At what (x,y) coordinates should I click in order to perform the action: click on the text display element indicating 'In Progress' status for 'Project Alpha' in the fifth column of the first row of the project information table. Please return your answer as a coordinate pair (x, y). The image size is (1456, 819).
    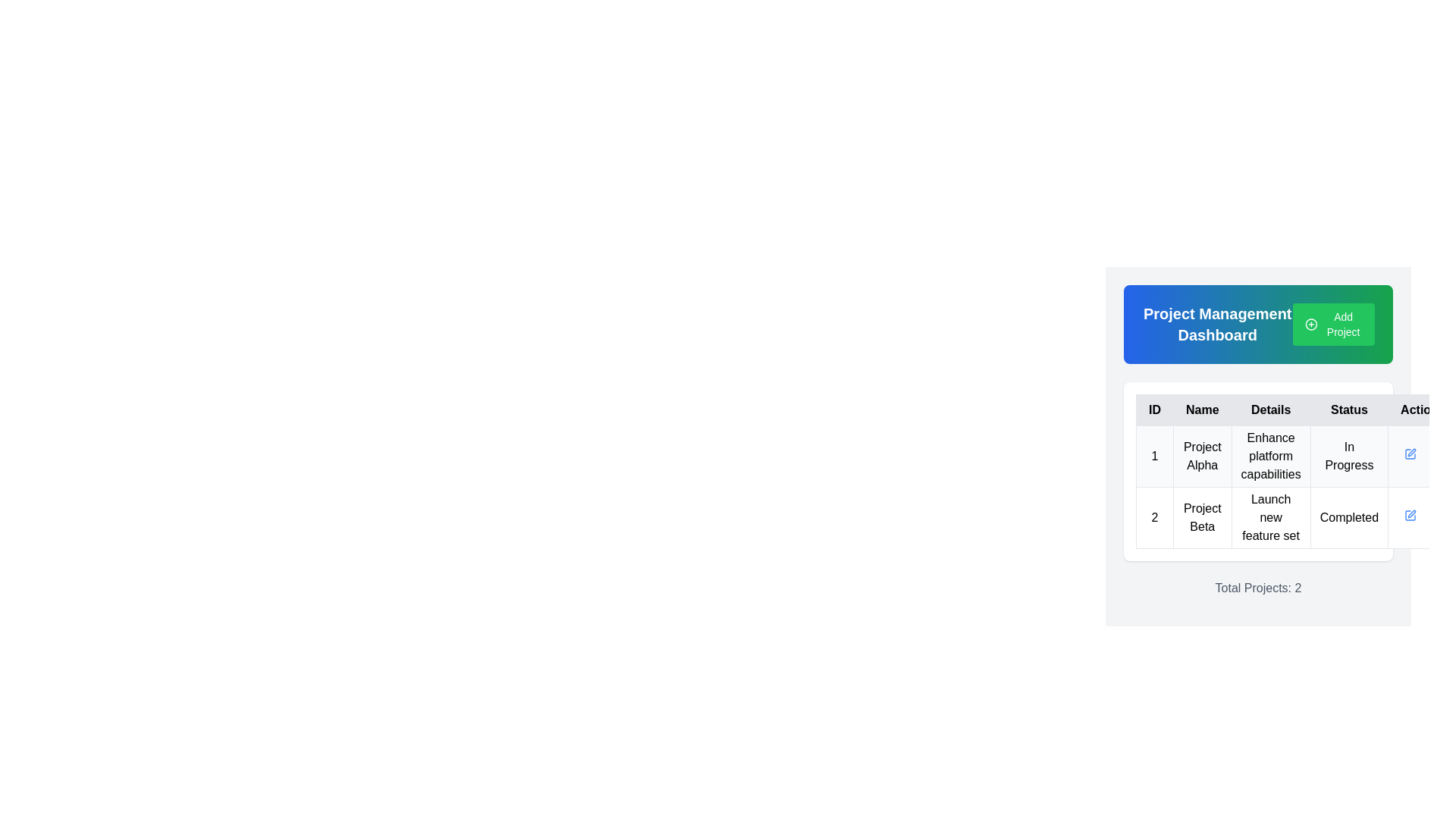
    Looking at the image, I should click on (1349, 455).